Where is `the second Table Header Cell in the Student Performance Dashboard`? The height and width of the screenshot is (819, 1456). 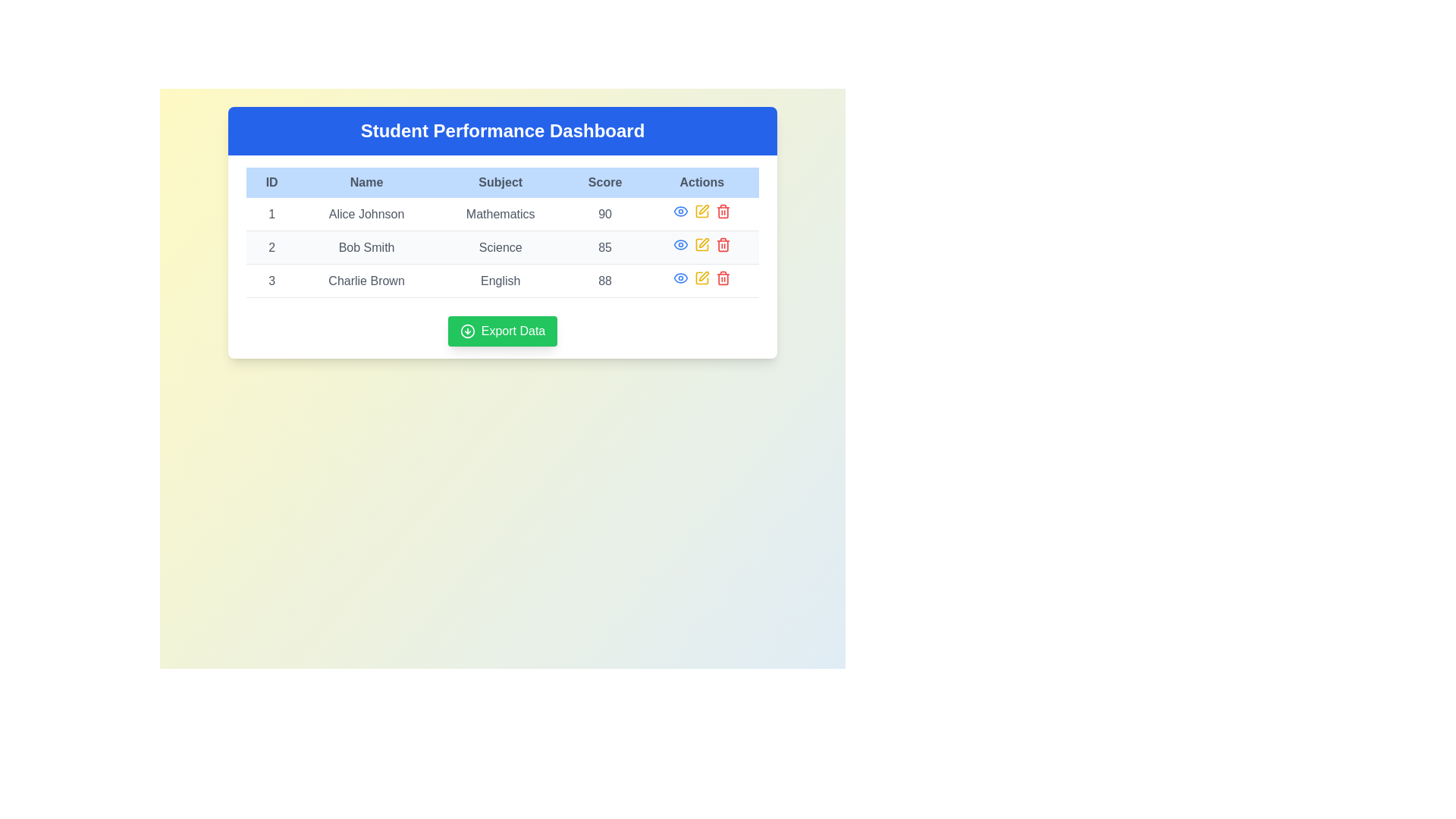 the second Table Header Cell in the Student Performance Dashboard is located at coordinates (366, 181).